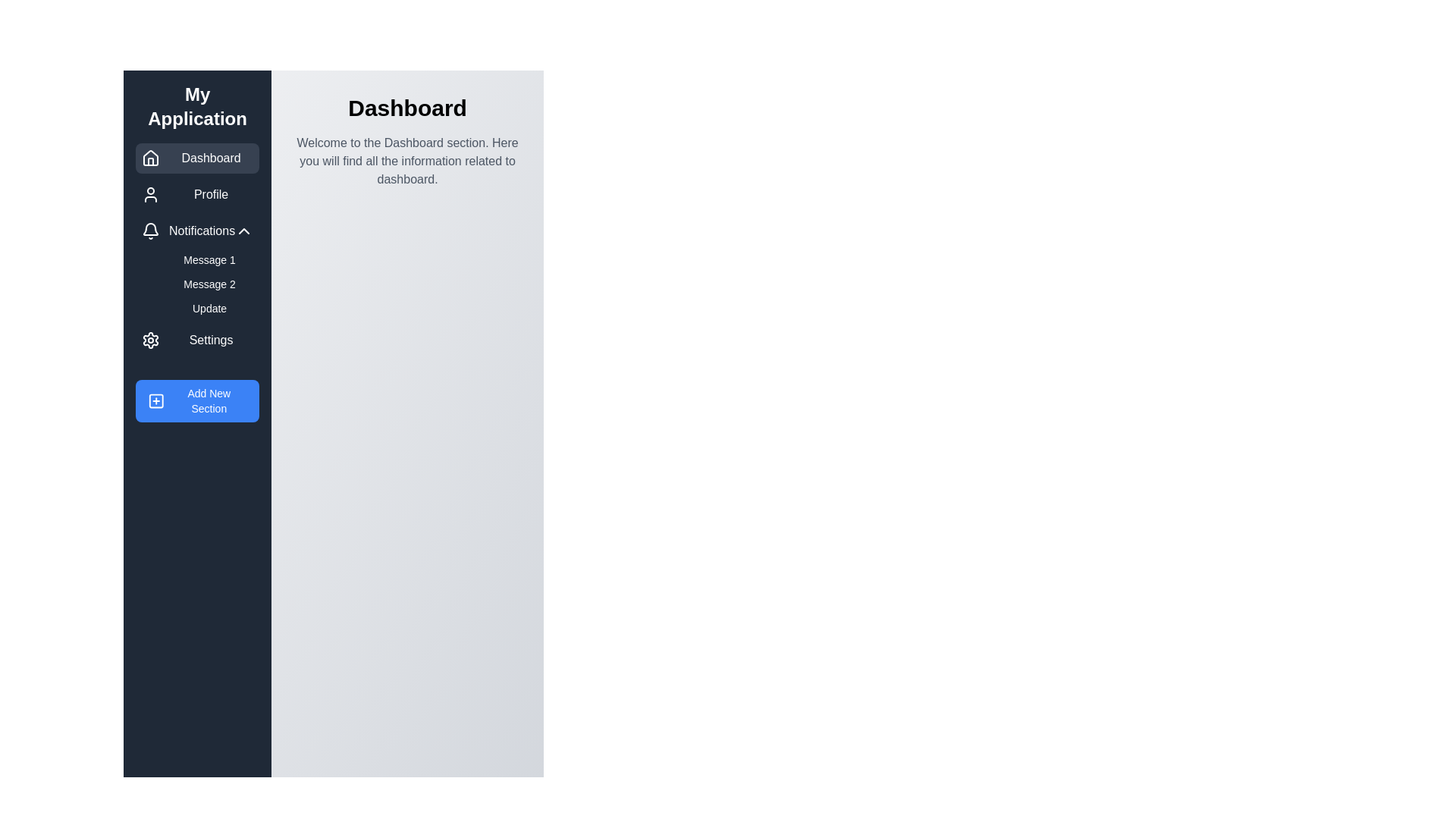  Describe the element at coordinates (210, 194) in the screenshot. I see `the 'Profile' label in the sidebar menu, which is the second option below 'Dashboard' and above 'Notifications'` at that location.